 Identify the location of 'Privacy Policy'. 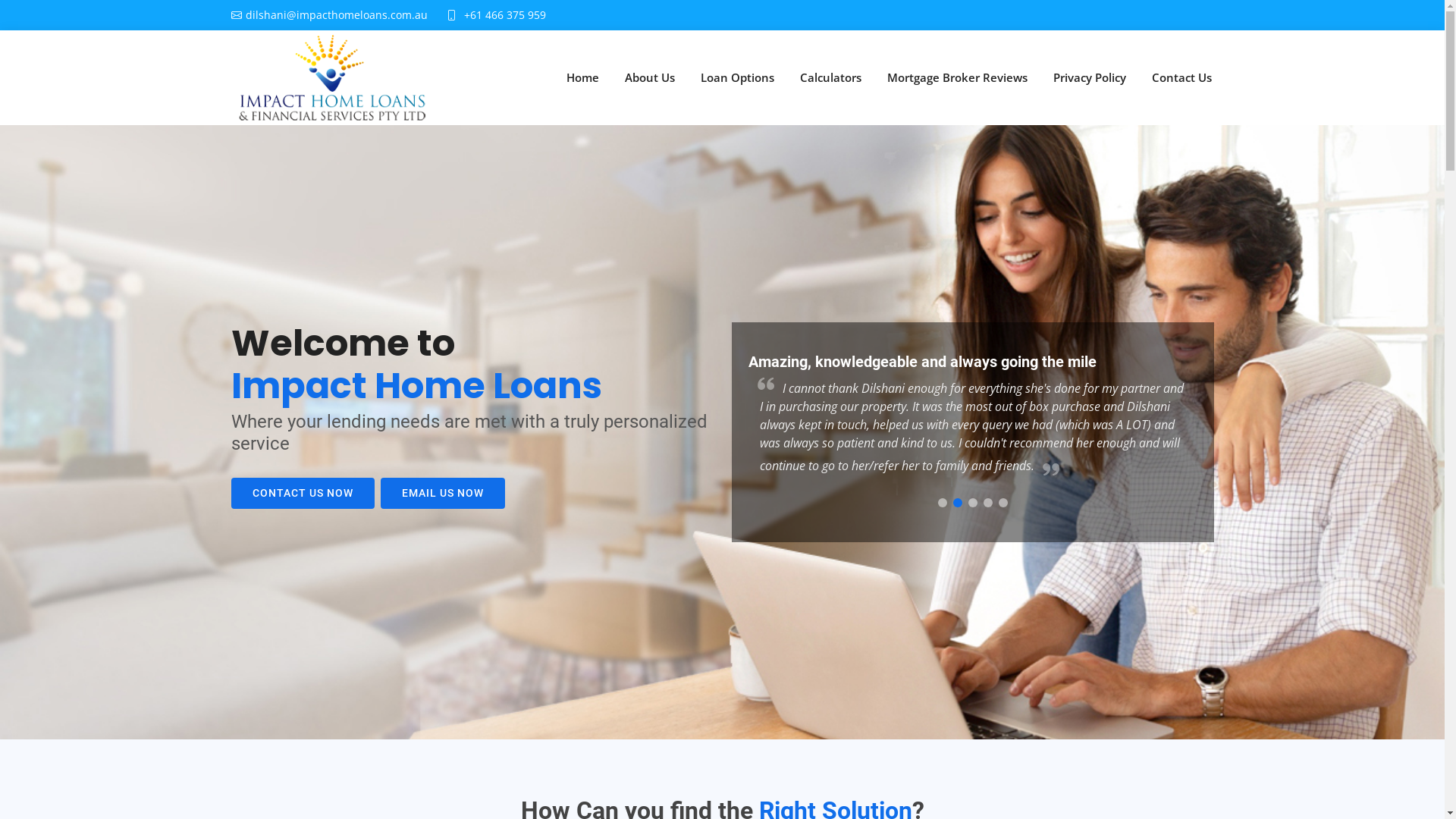
(1088, 77).